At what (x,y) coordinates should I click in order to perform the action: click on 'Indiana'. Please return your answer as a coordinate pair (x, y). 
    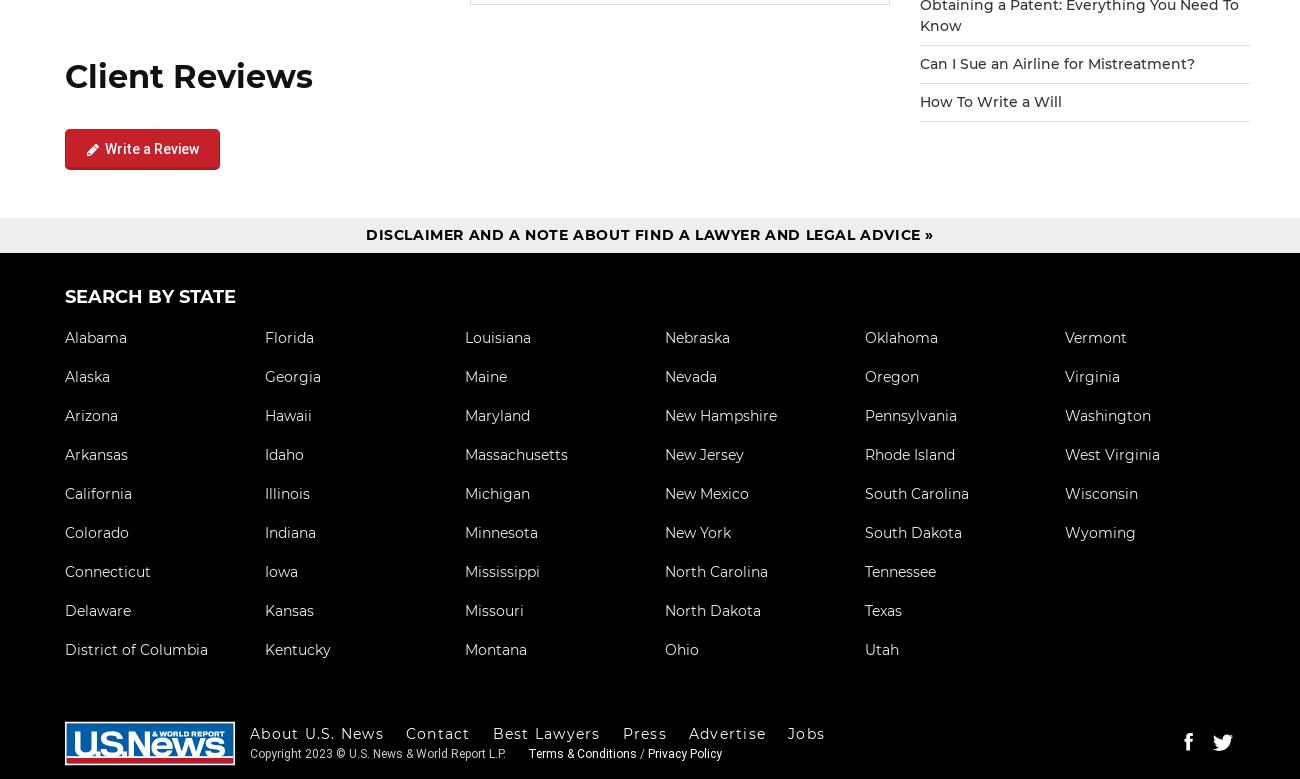
    Looking at the image, I should click on (290, 531).